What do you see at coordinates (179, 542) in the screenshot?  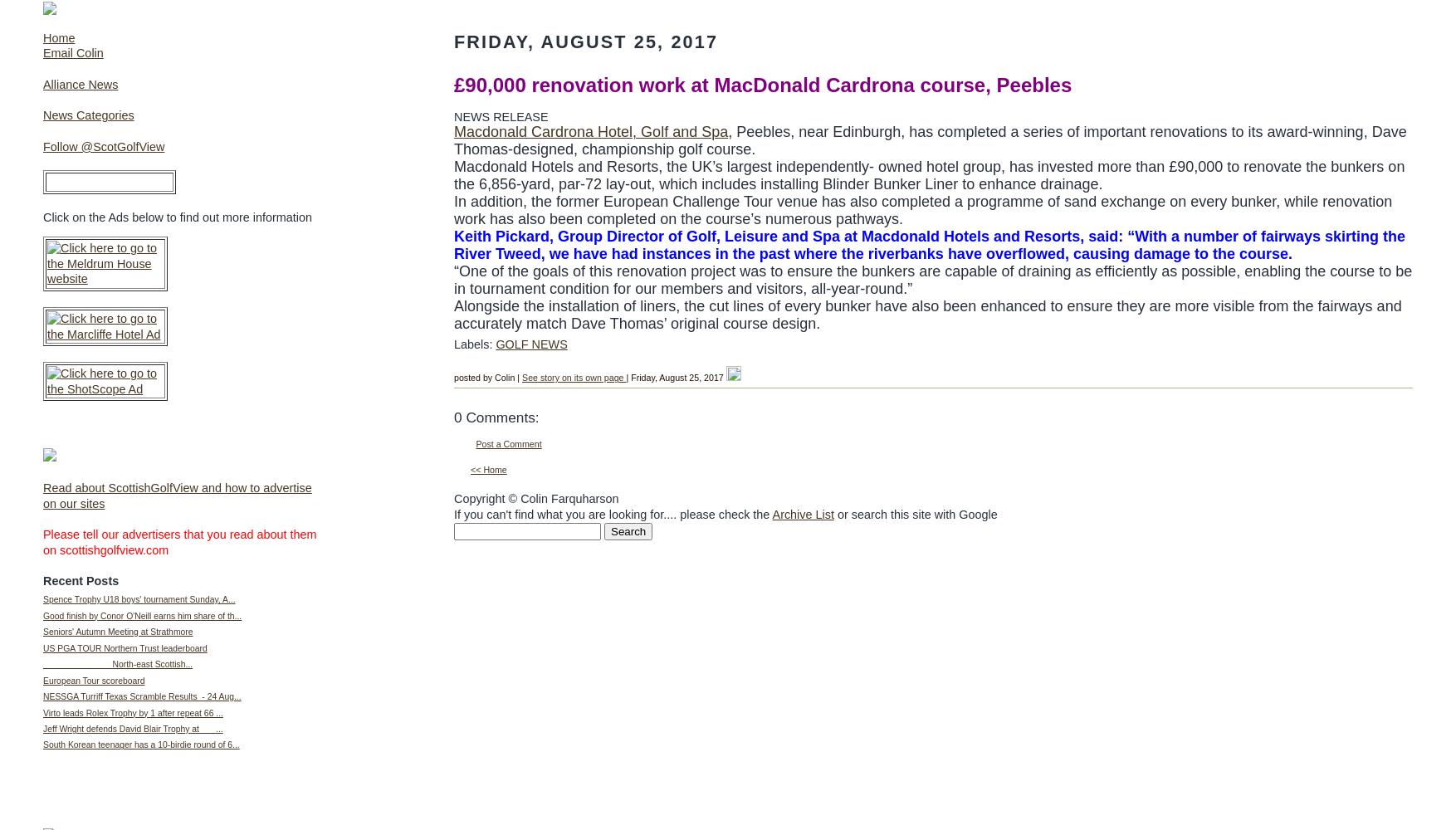 I see `'Please tell our advertisers that you read about them on scottishgolfview.com'` at bounding box center [179, 542].